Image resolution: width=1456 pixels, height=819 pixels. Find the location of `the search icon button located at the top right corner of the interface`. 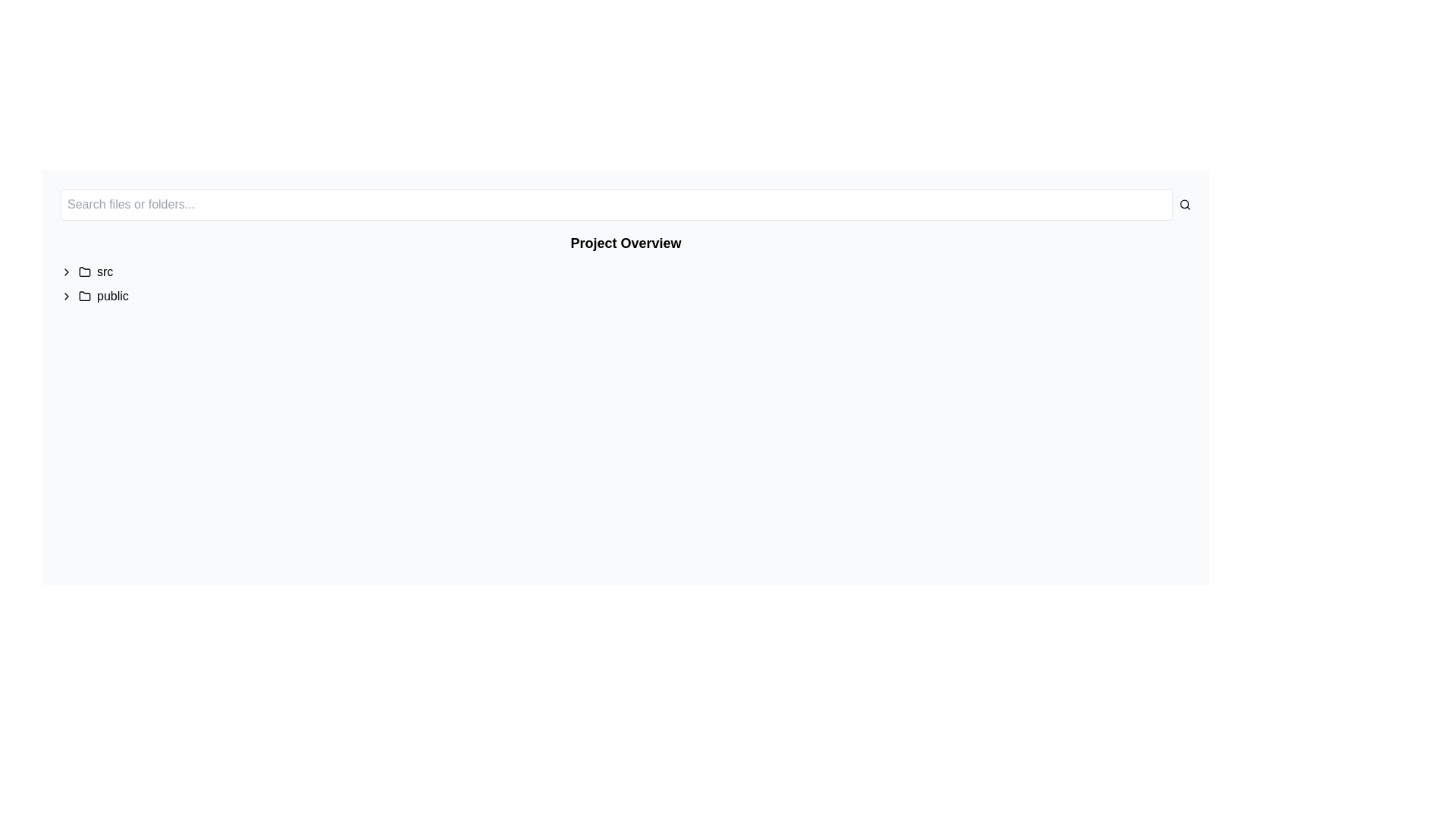

the search icon button located at the top right corner of the interface is located at coordinates (1185, 205).